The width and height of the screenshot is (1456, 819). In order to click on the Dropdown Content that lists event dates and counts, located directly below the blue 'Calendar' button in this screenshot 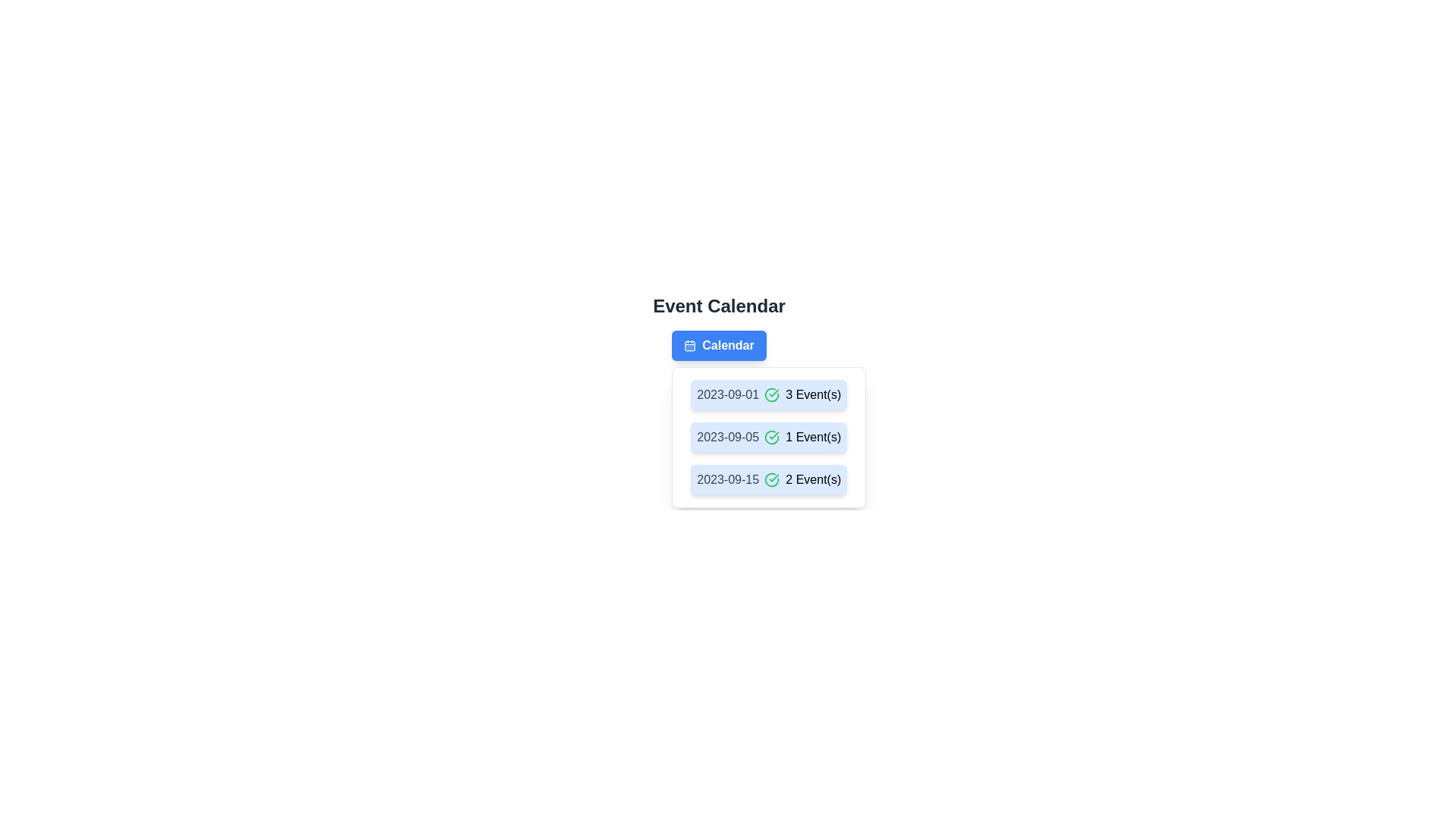, I will do `click(769, 438)`.